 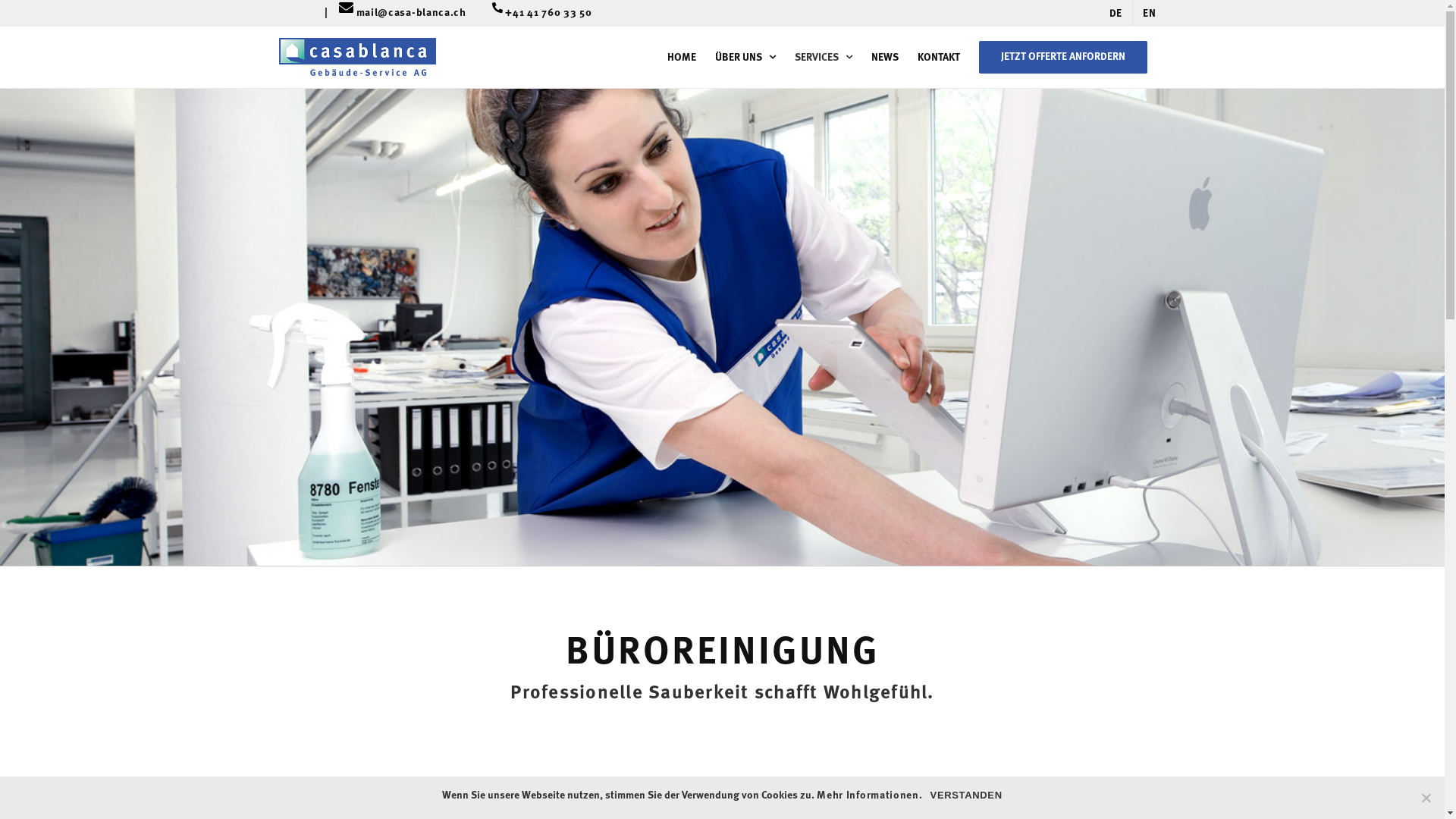 I want to click on 'Email', so click(x=345, y=14).